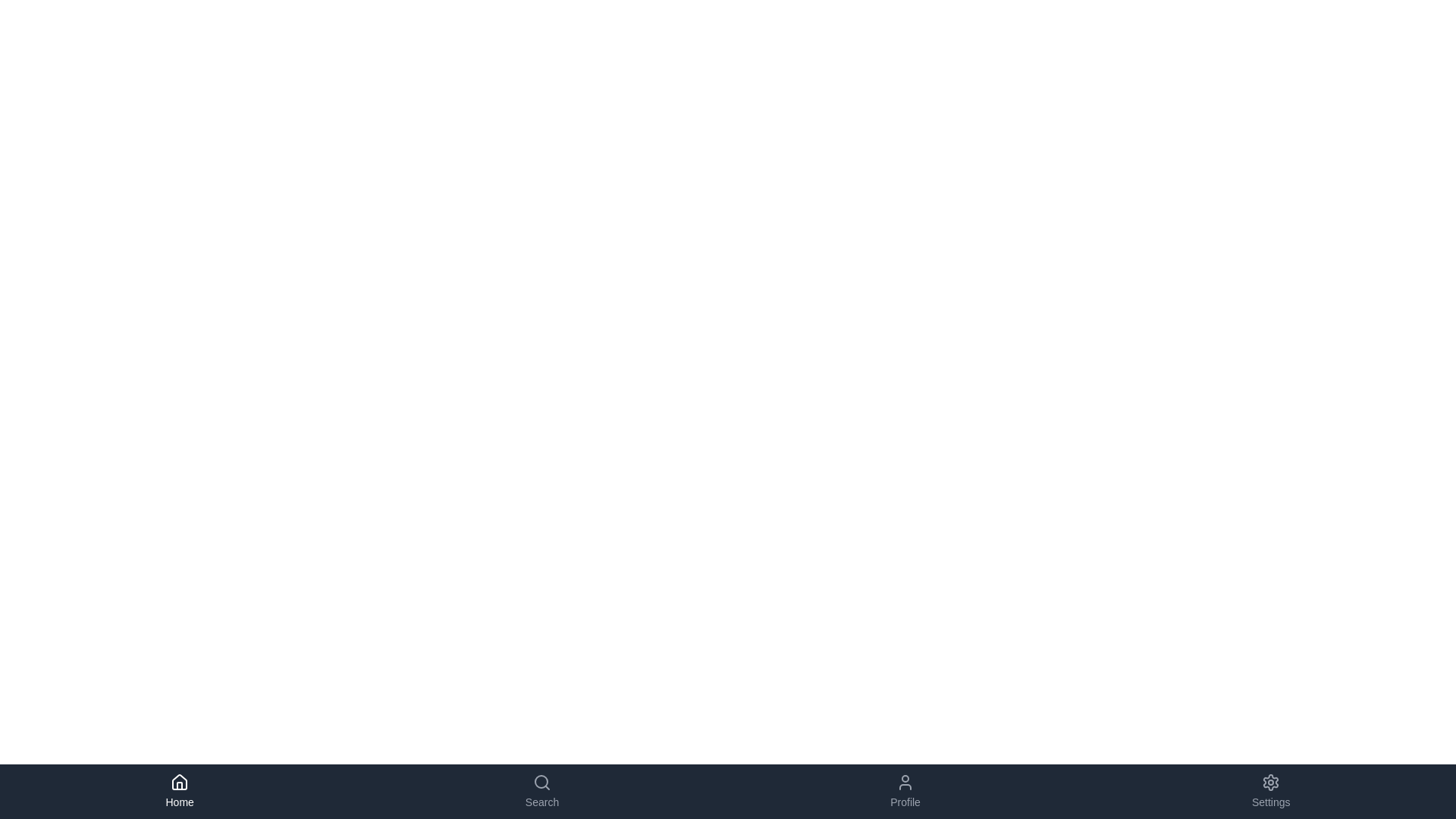 The height and width of the screenshot is (819, 1456). I want to click on text content of the 'Search' label located in the bottom navigation bar, positioned below the magnifying glass icon, so click(542, 801).